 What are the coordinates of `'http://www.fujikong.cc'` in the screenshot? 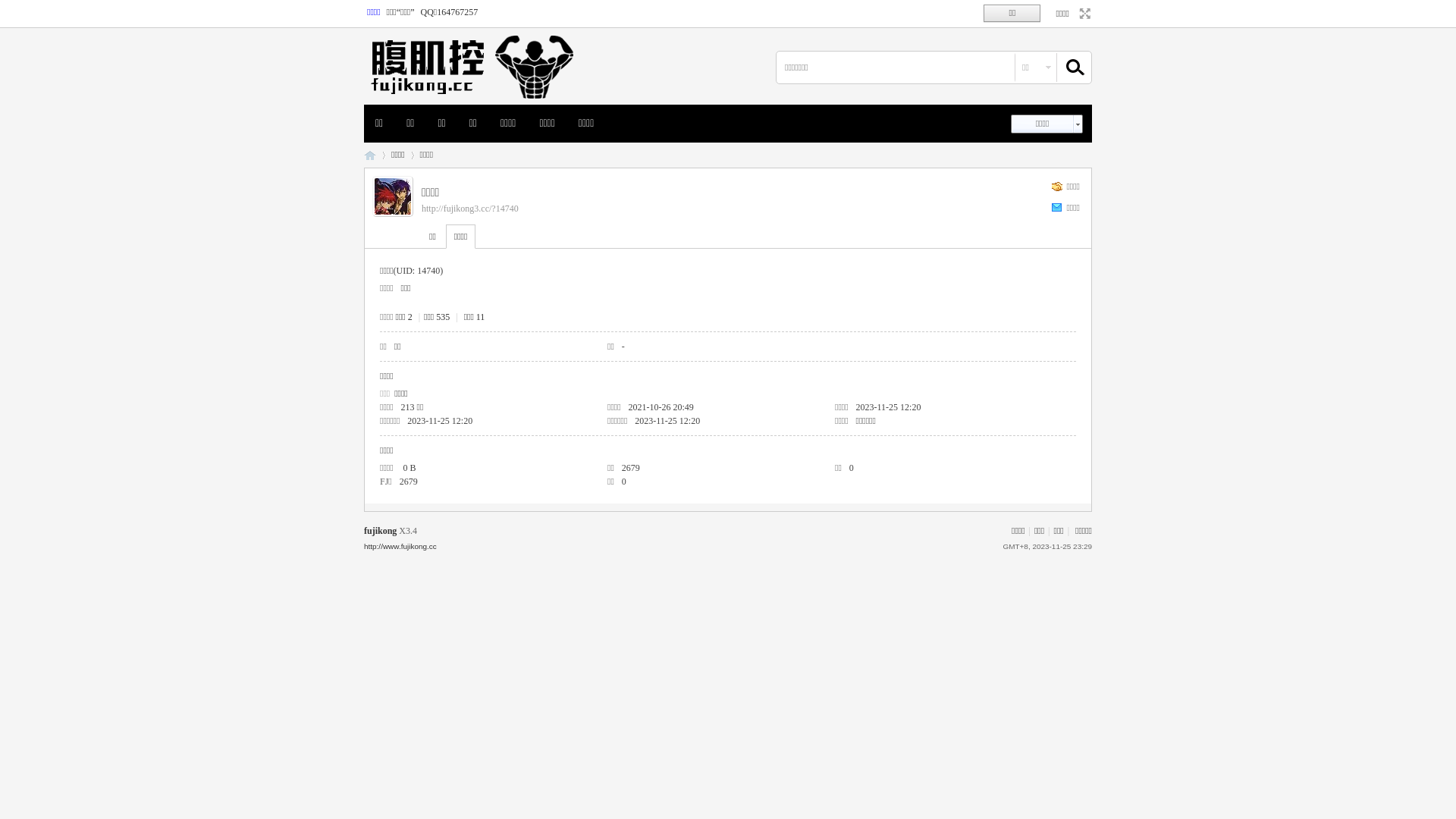 It's located at (400, 546).